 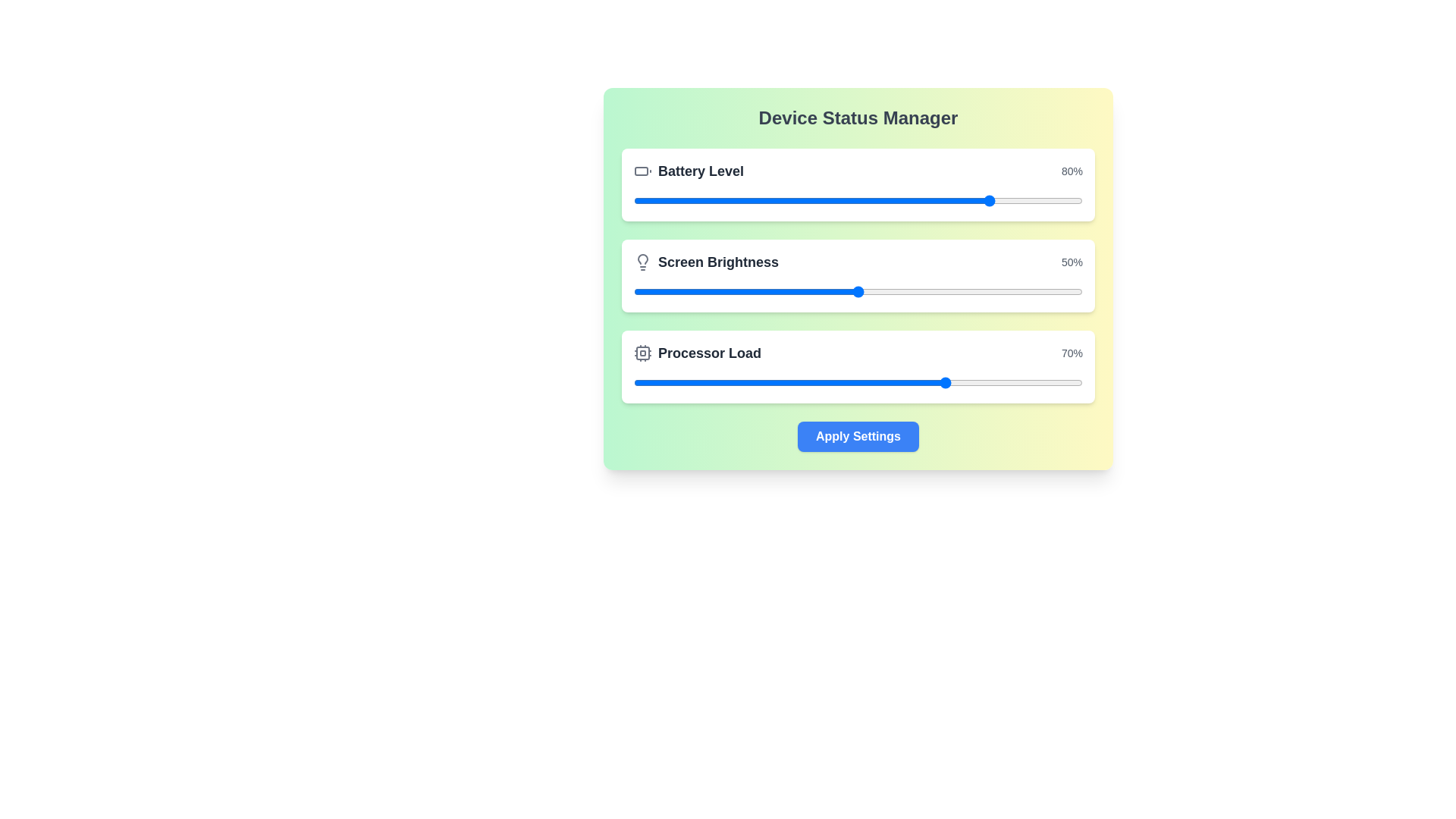 What do you see at coordinates (908, 200) in the screenshot?
I see `the battery level` at bounding box center [908, 200].